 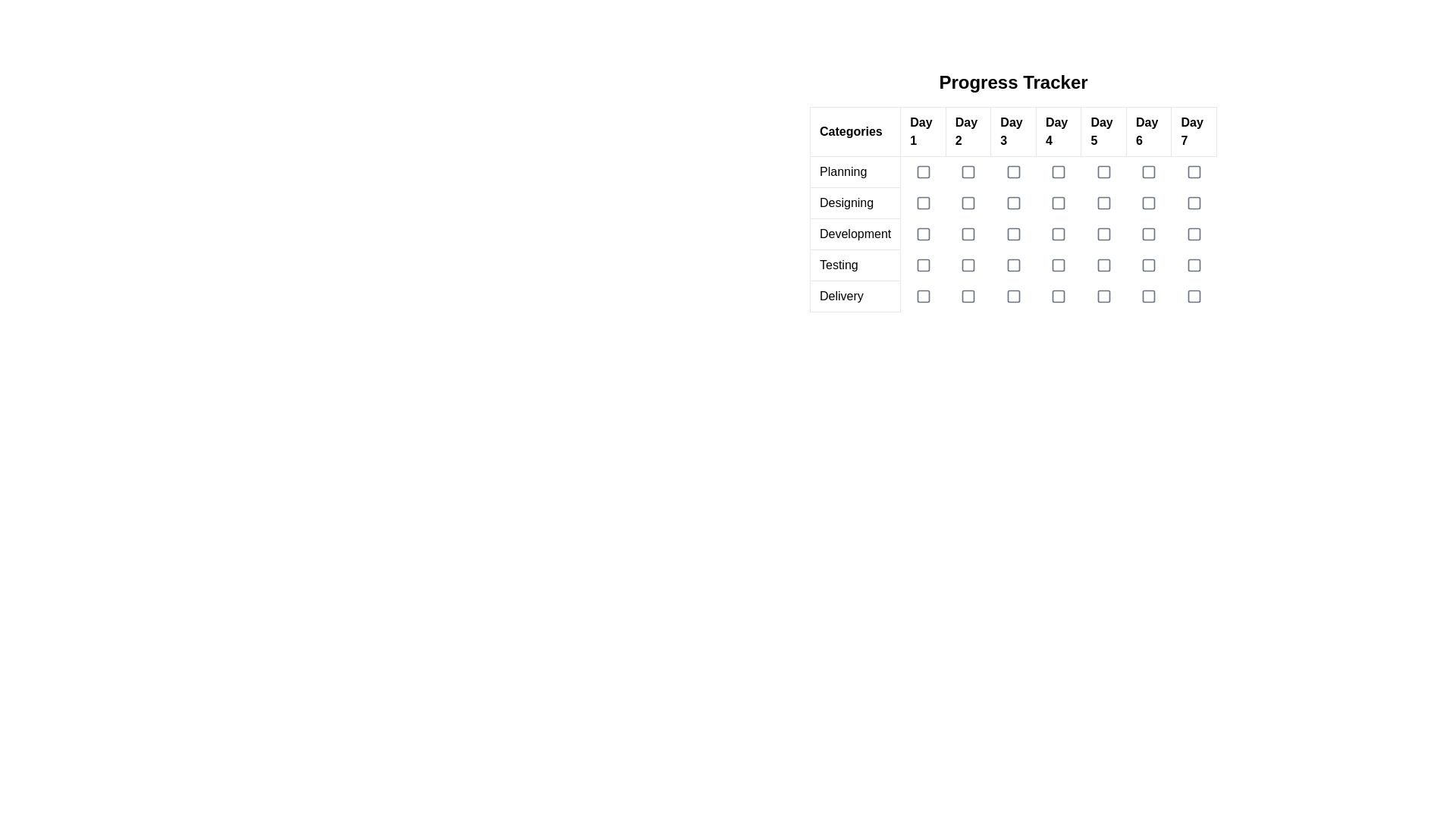 I want to click on the row corresponding to the category Testing, so click(x=1013, y=265).